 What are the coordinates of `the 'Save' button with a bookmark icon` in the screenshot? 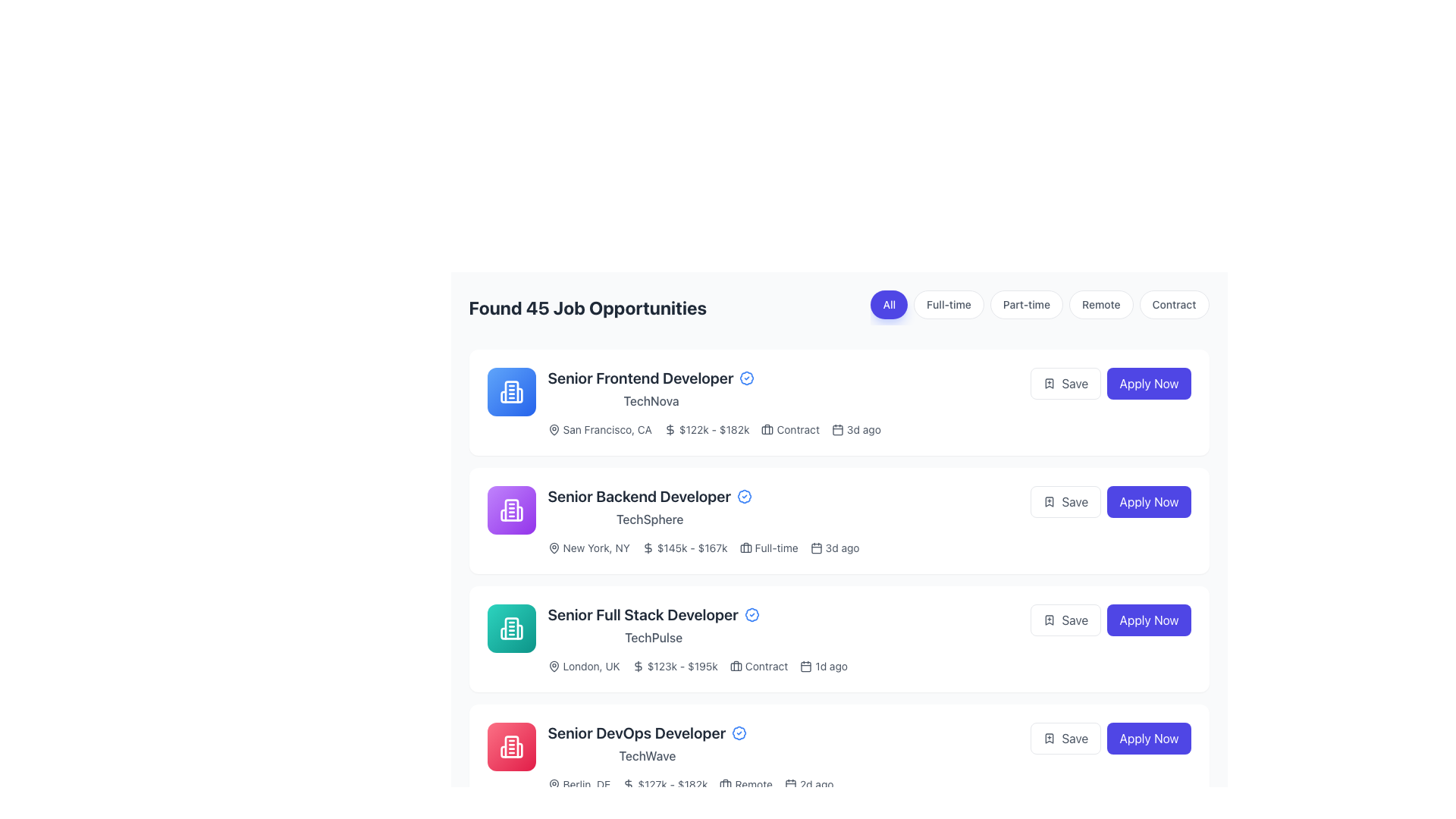 It's located at (1065, 738).